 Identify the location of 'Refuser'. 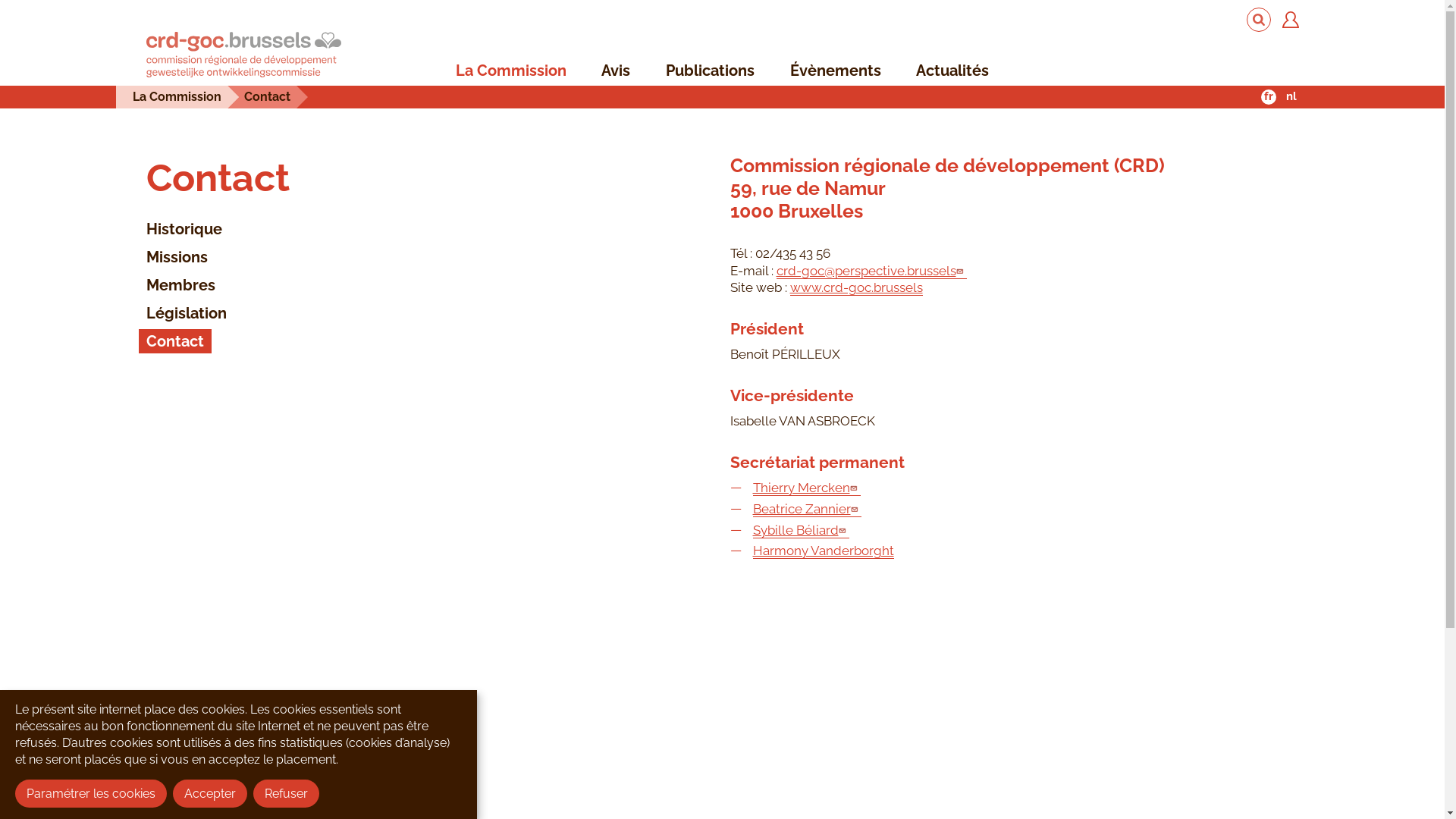
(286, 792).